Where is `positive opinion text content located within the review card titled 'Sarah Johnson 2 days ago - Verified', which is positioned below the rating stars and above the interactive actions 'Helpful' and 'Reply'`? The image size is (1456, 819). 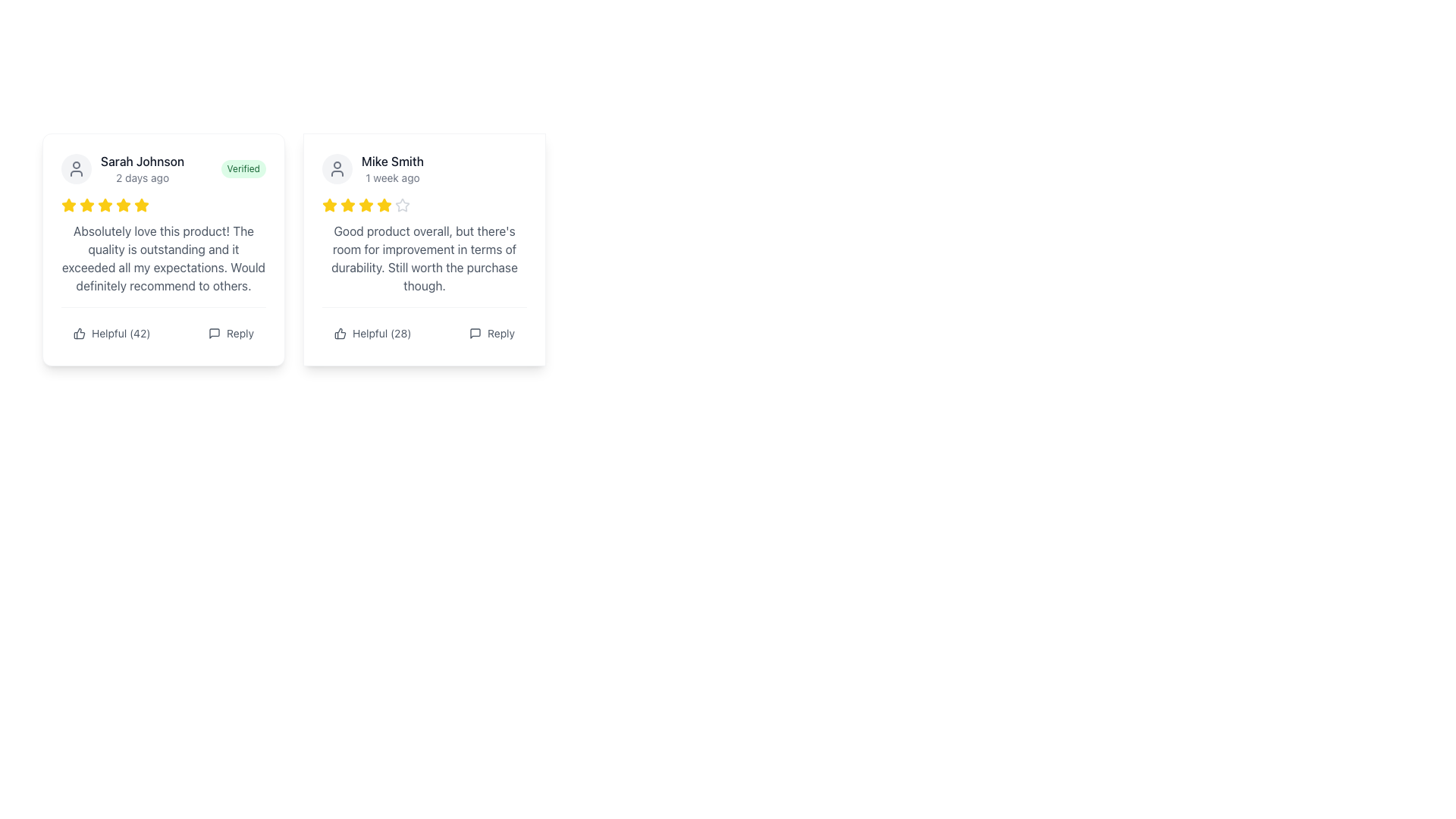 positive opinion text content located within the review card titled 'Sarah Johnson 2 days ago - Verified', which is positioned below the rating stars and above the interactive actions 'Helpful' and 'Reply' is located at coordinates (164, 257).